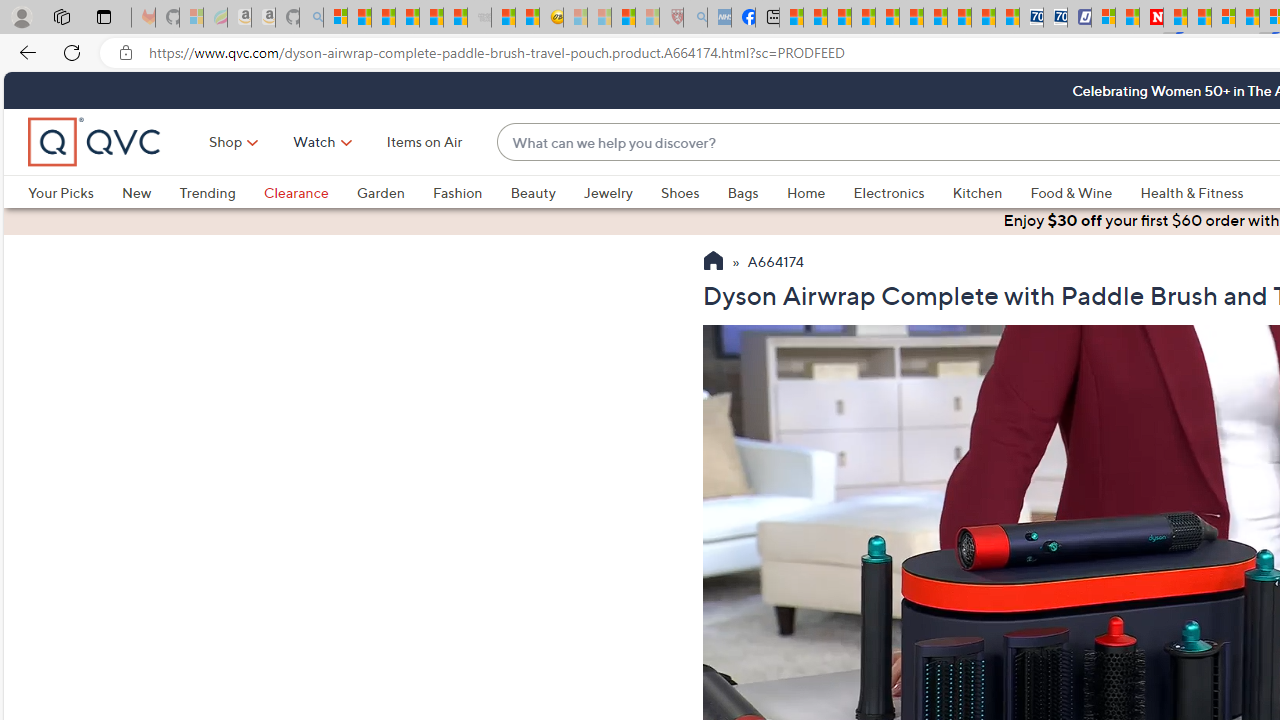  What do you see at coordinates (775, 262) in the screenshot?
I see `'A664174'` at bounding box center [775, 262].